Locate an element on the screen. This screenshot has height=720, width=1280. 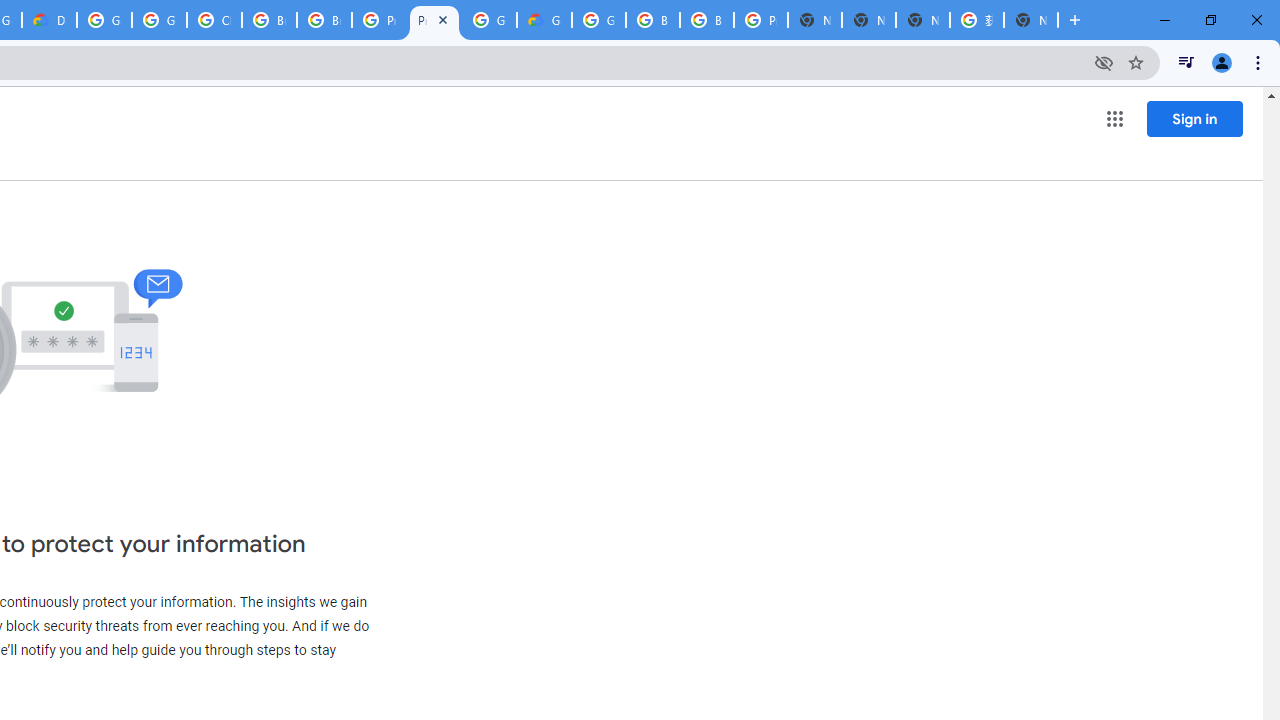
'Google Cloud Platform' is located at coordinates (598, 20).